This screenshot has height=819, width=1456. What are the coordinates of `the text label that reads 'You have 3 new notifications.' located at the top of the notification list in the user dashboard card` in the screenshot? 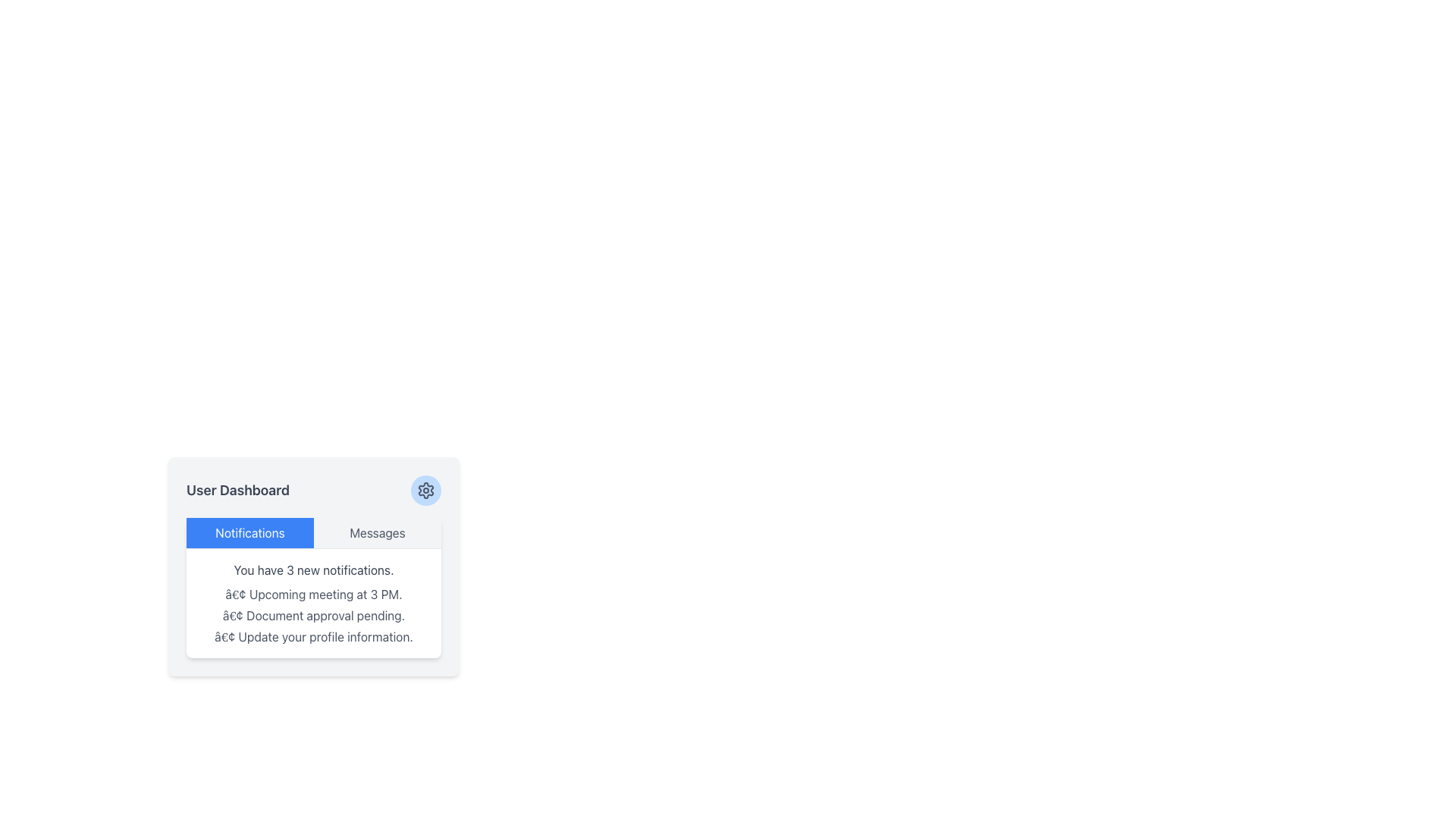 It's located at (312, 570).